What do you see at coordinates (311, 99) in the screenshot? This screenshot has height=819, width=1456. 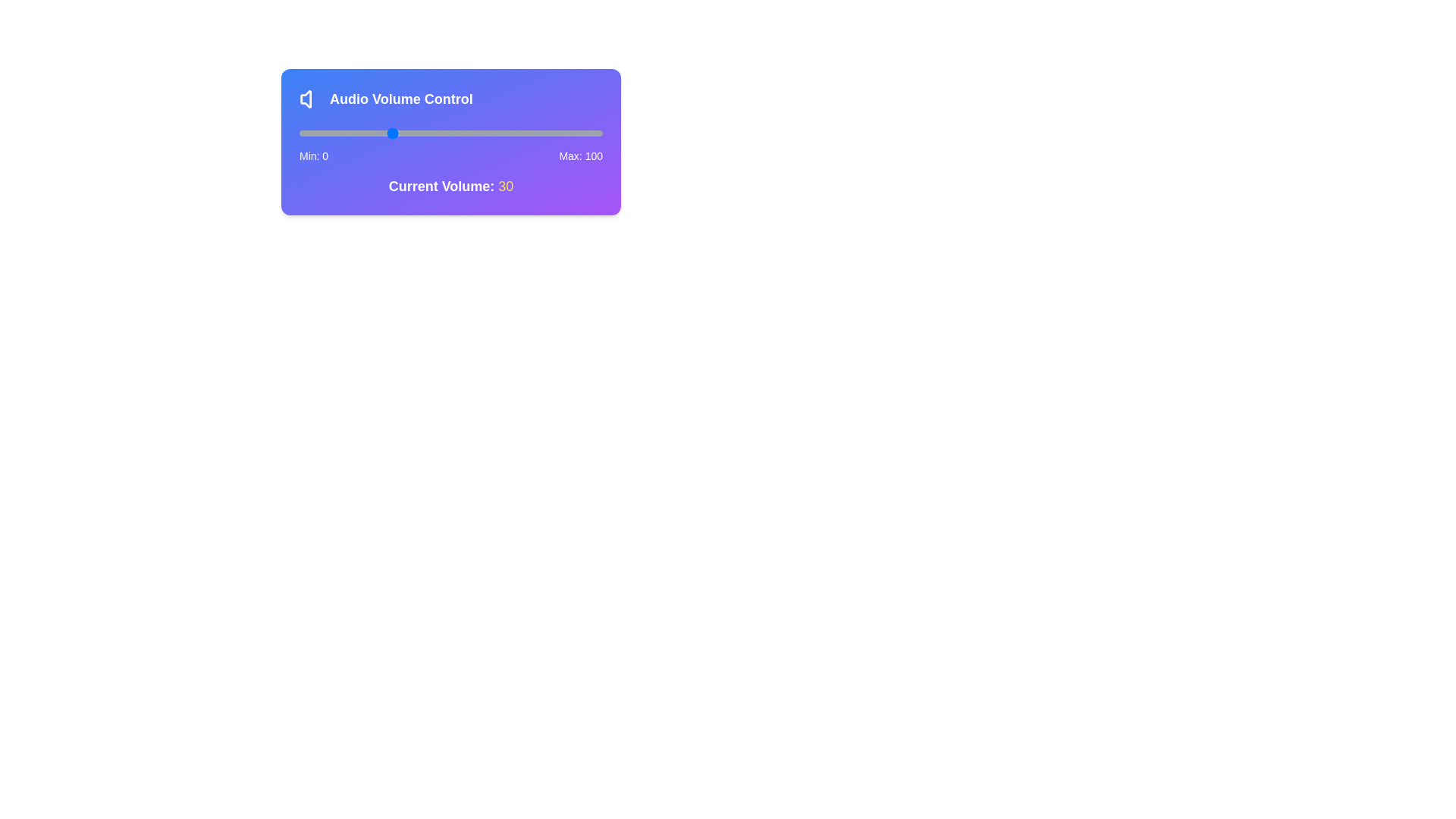 I see `the volume icon to toggle mute or unmute` at bounding box center [311, 99].